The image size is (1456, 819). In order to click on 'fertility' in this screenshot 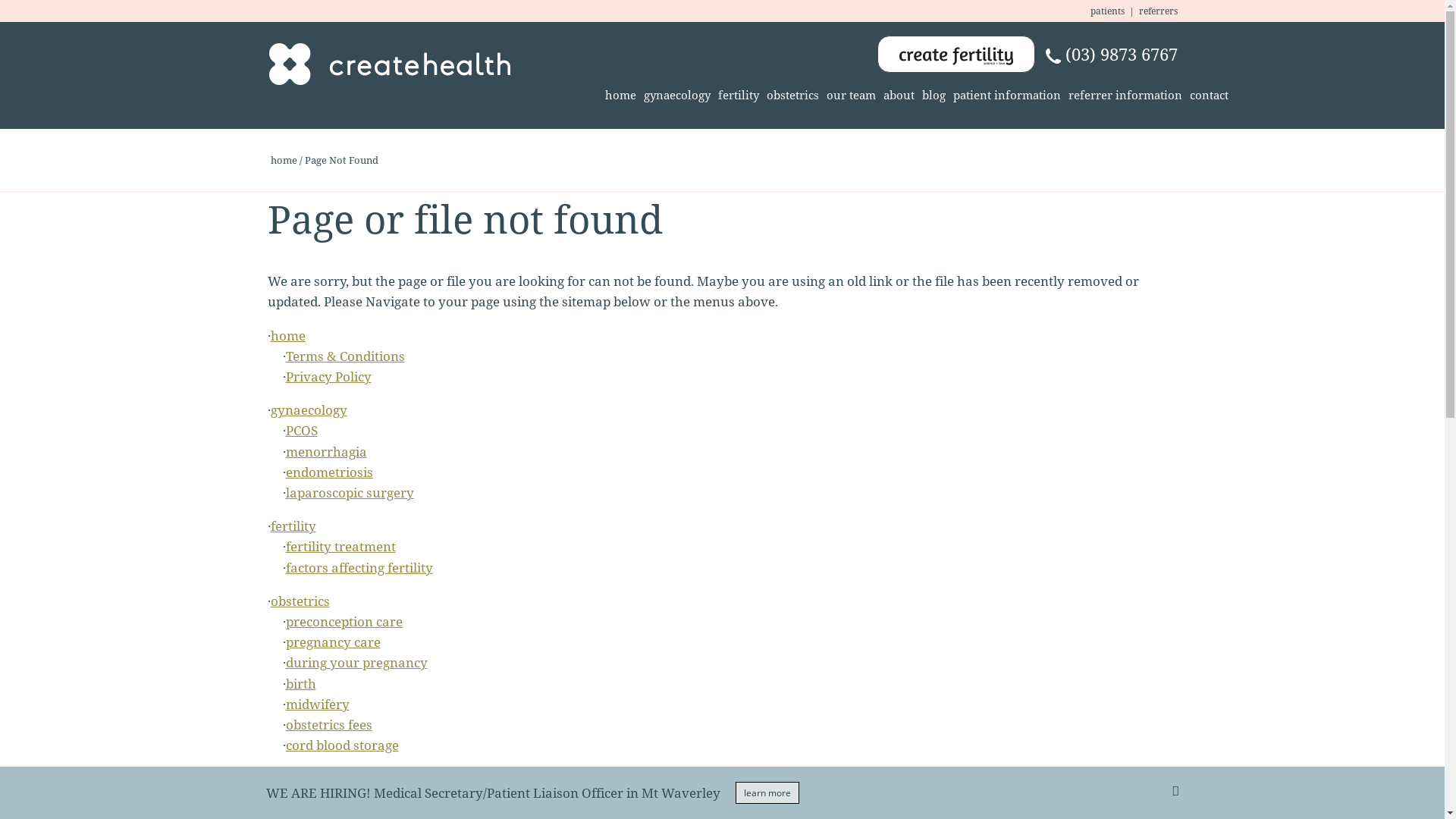, I will do `click(292, 525)`.